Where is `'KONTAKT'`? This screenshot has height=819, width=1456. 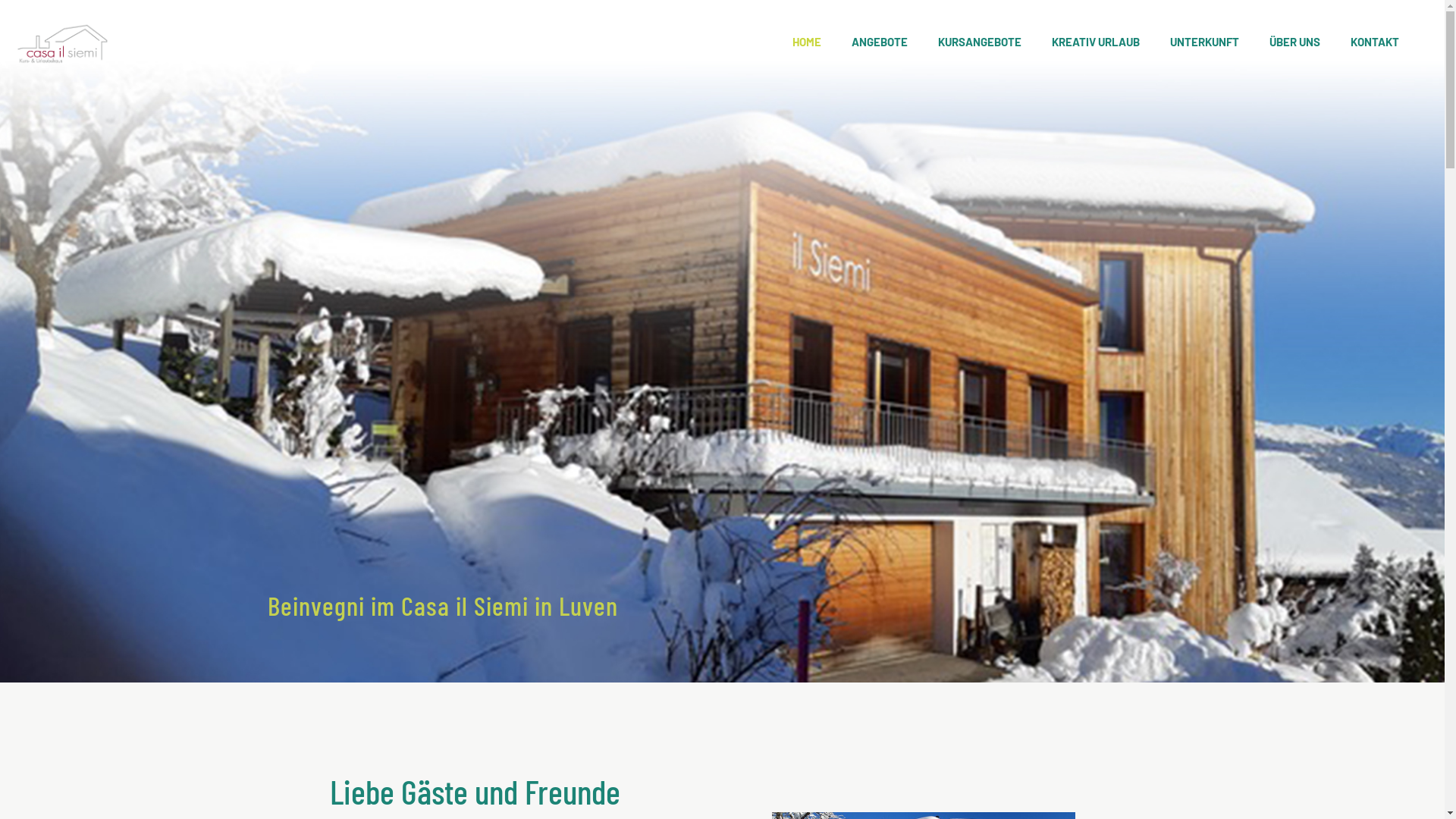 'KONTAKT' is located at coordinates (1375, 40).